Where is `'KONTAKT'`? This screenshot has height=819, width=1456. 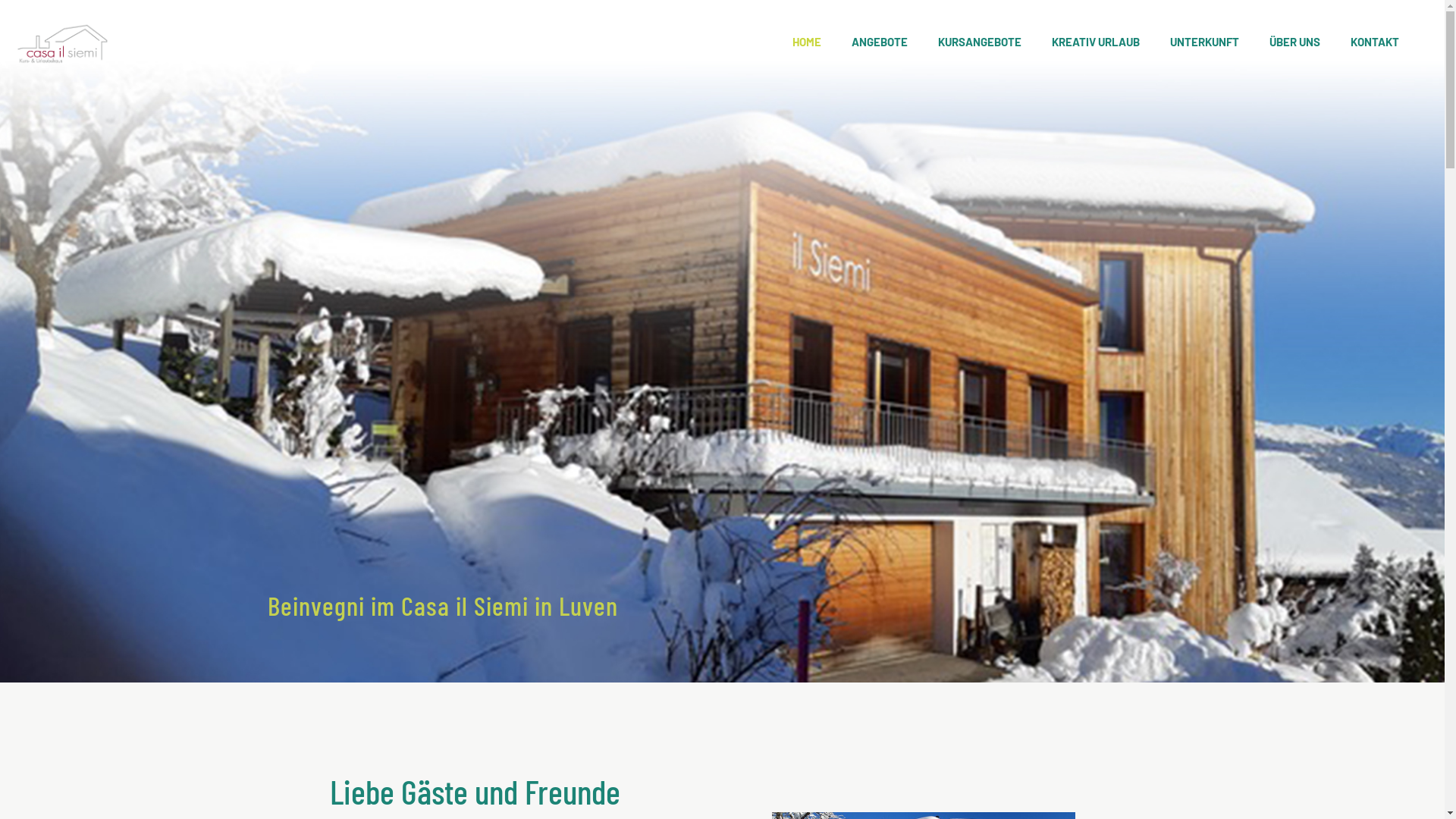 'KONTAKT' is located at coordinates (1375, 40).